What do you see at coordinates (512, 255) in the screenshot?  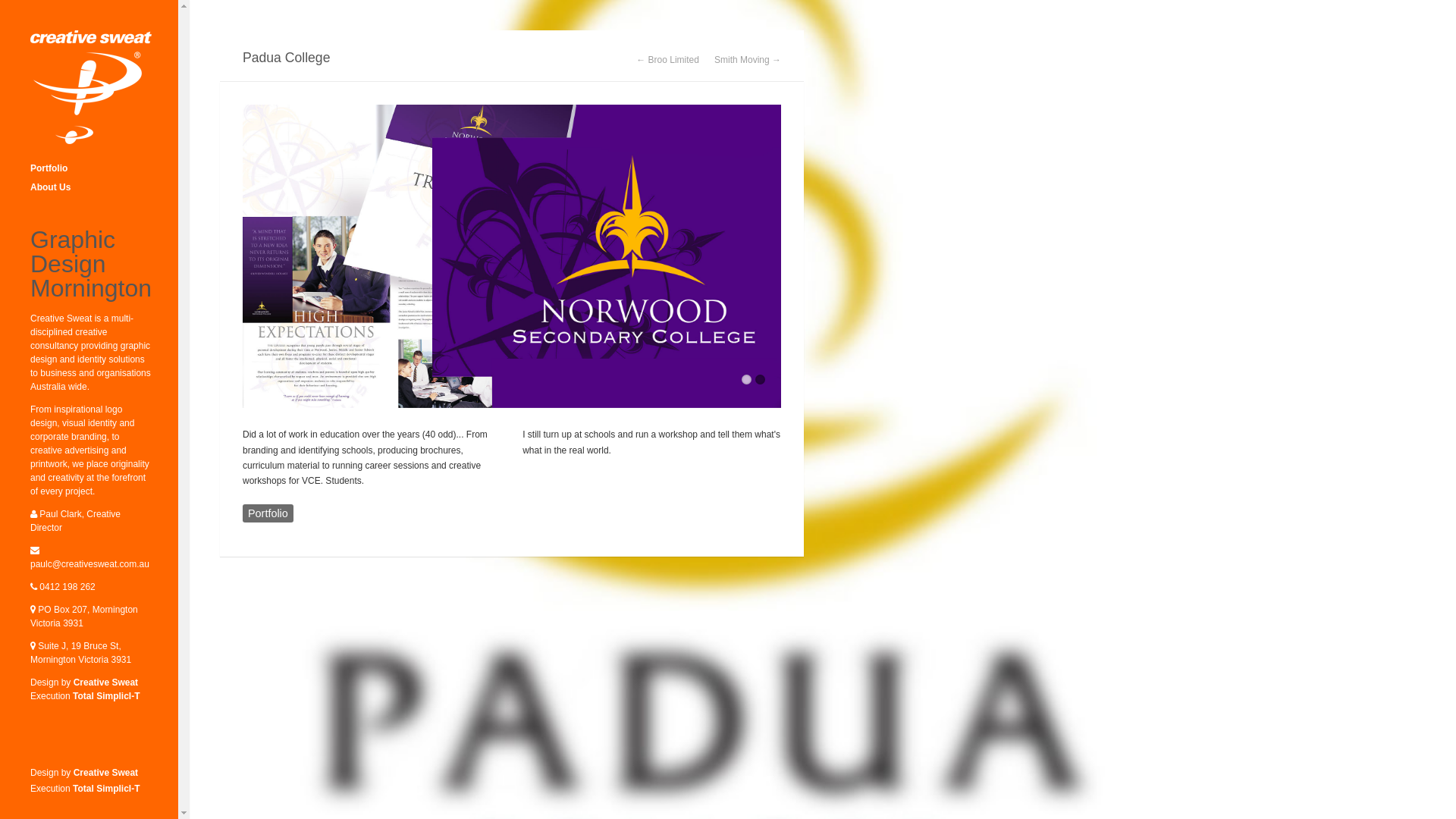 I see `'Norwood'` at bounding box center [512, 255].